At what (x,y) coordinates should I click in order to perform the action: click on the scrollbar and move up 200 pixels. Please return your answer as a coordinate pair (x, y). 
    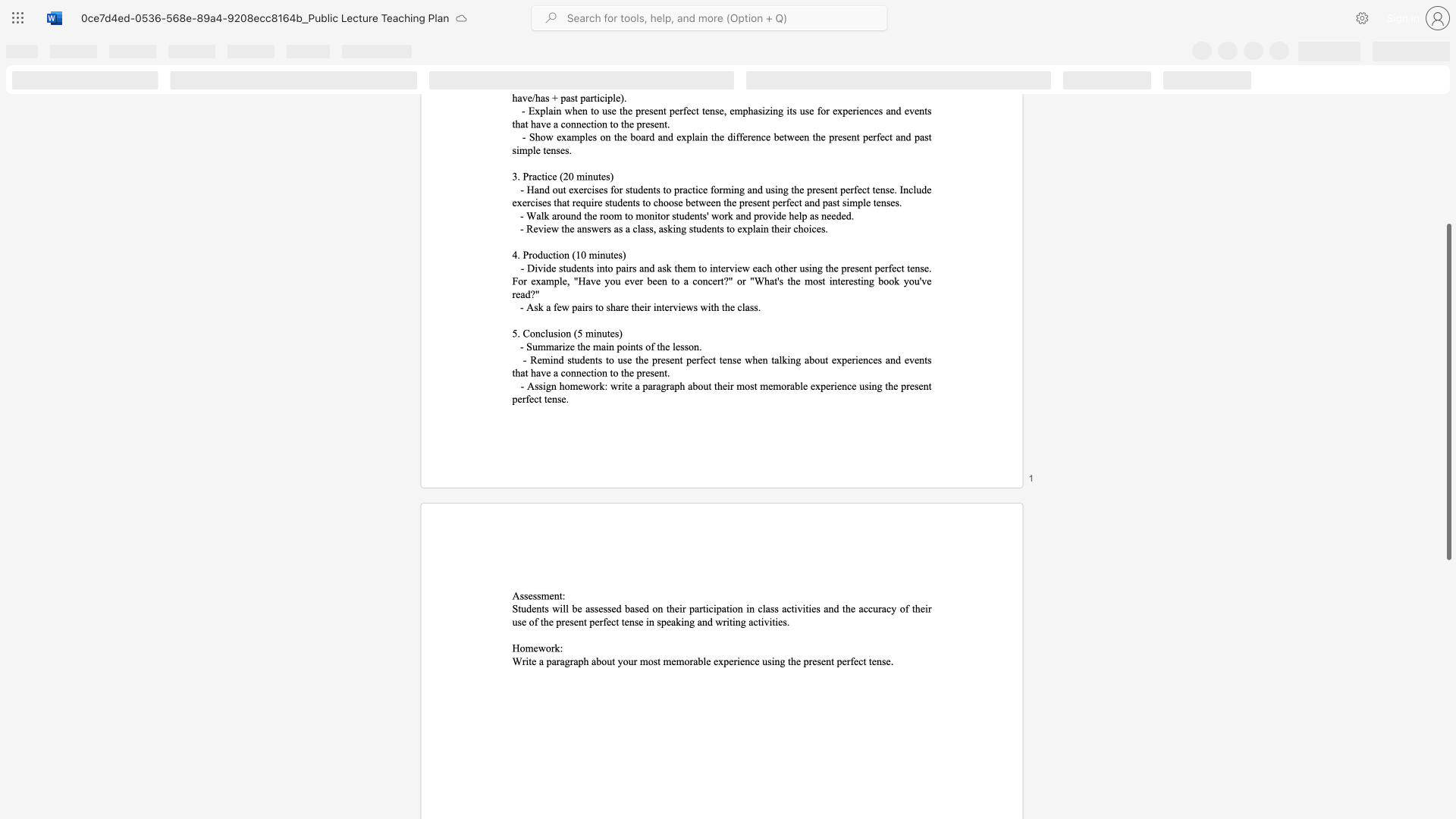
    Looking at the image, I should click on (1448, 391).